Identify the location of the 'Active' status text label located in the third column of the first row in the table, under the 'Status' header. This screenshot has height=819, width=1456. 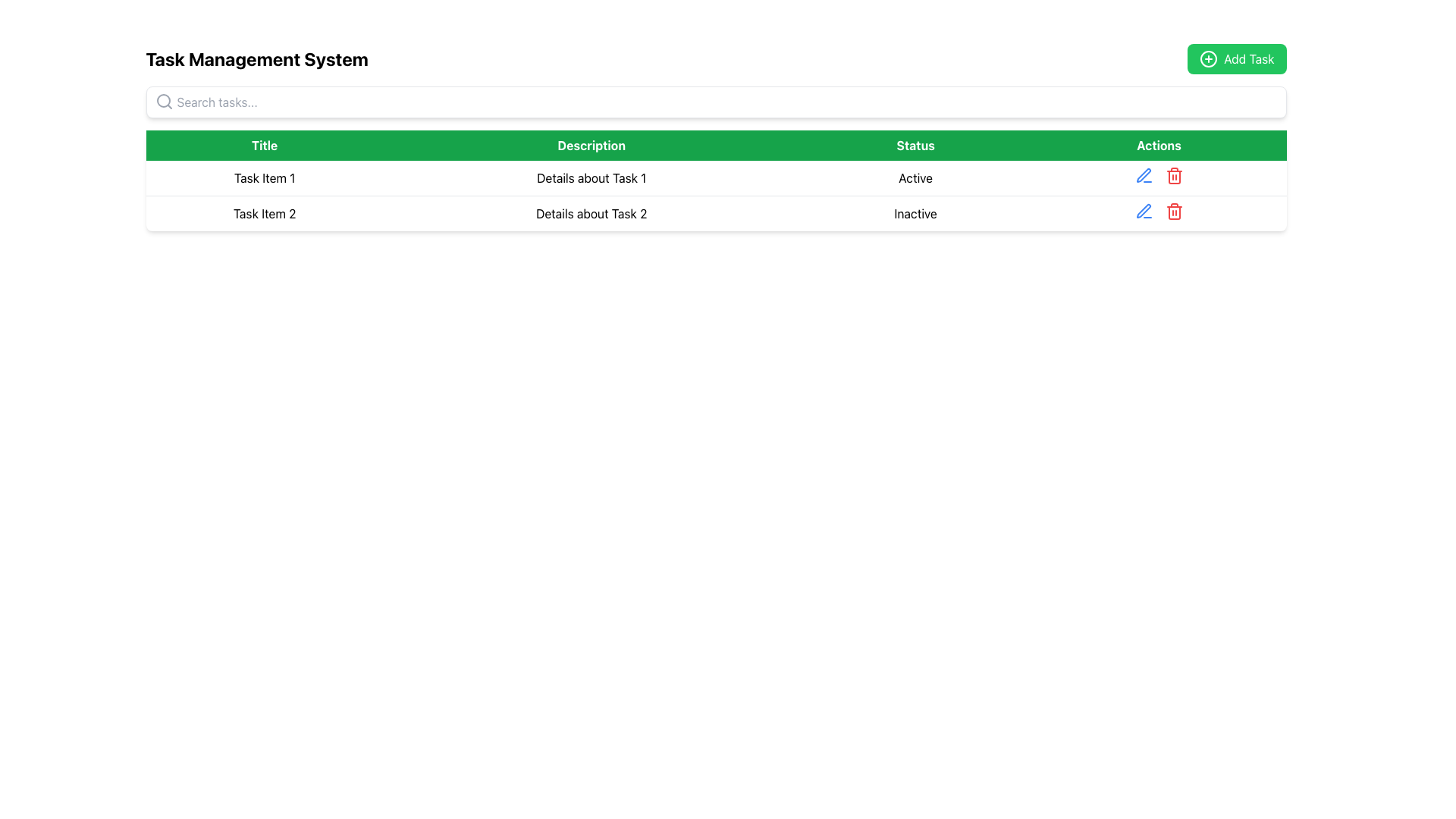
(915, 177).